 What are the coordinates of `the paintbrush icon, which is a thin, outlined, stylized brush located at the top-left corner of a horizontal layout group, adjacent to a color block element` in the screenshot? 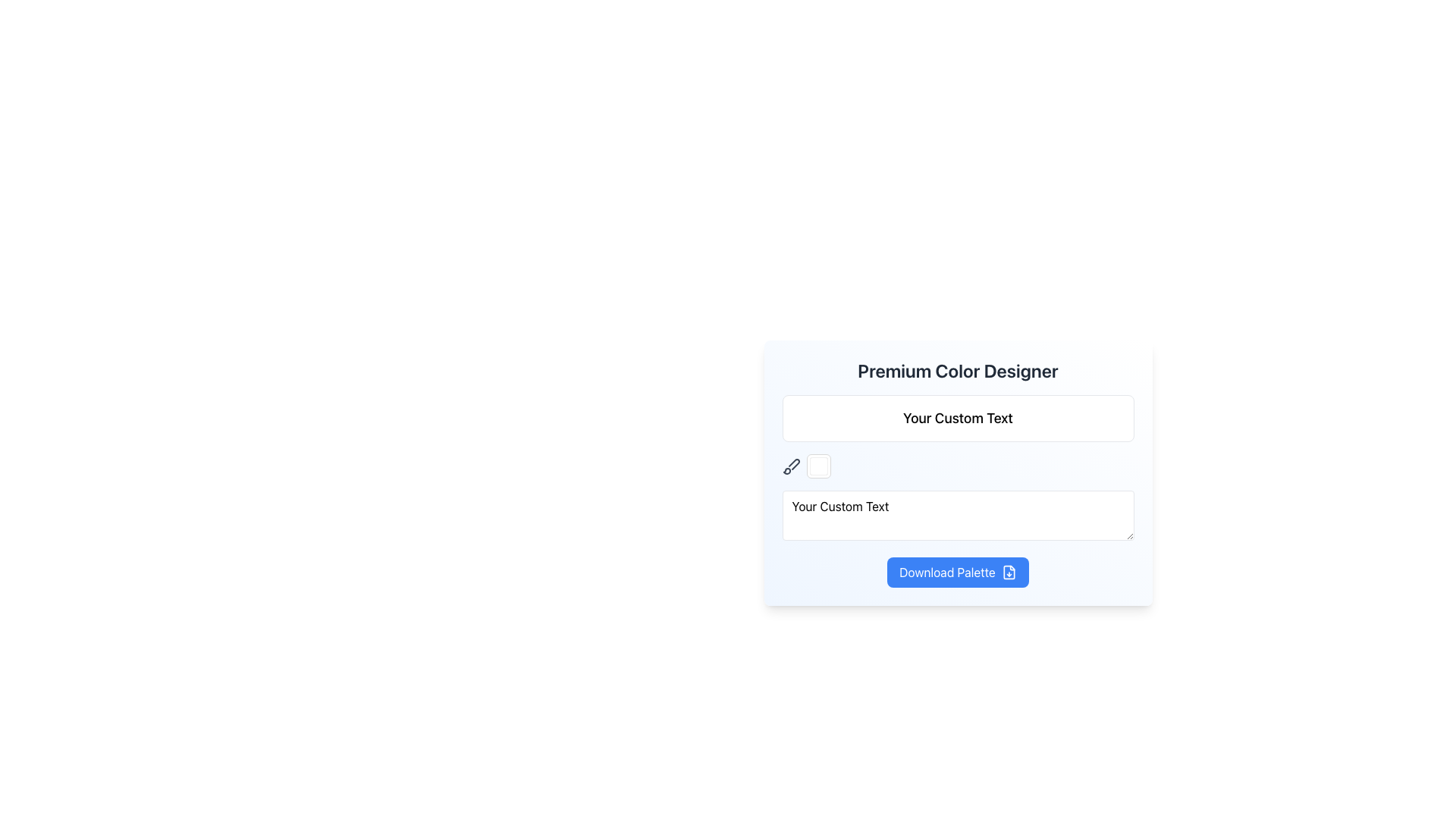 It's located at (790, 465).